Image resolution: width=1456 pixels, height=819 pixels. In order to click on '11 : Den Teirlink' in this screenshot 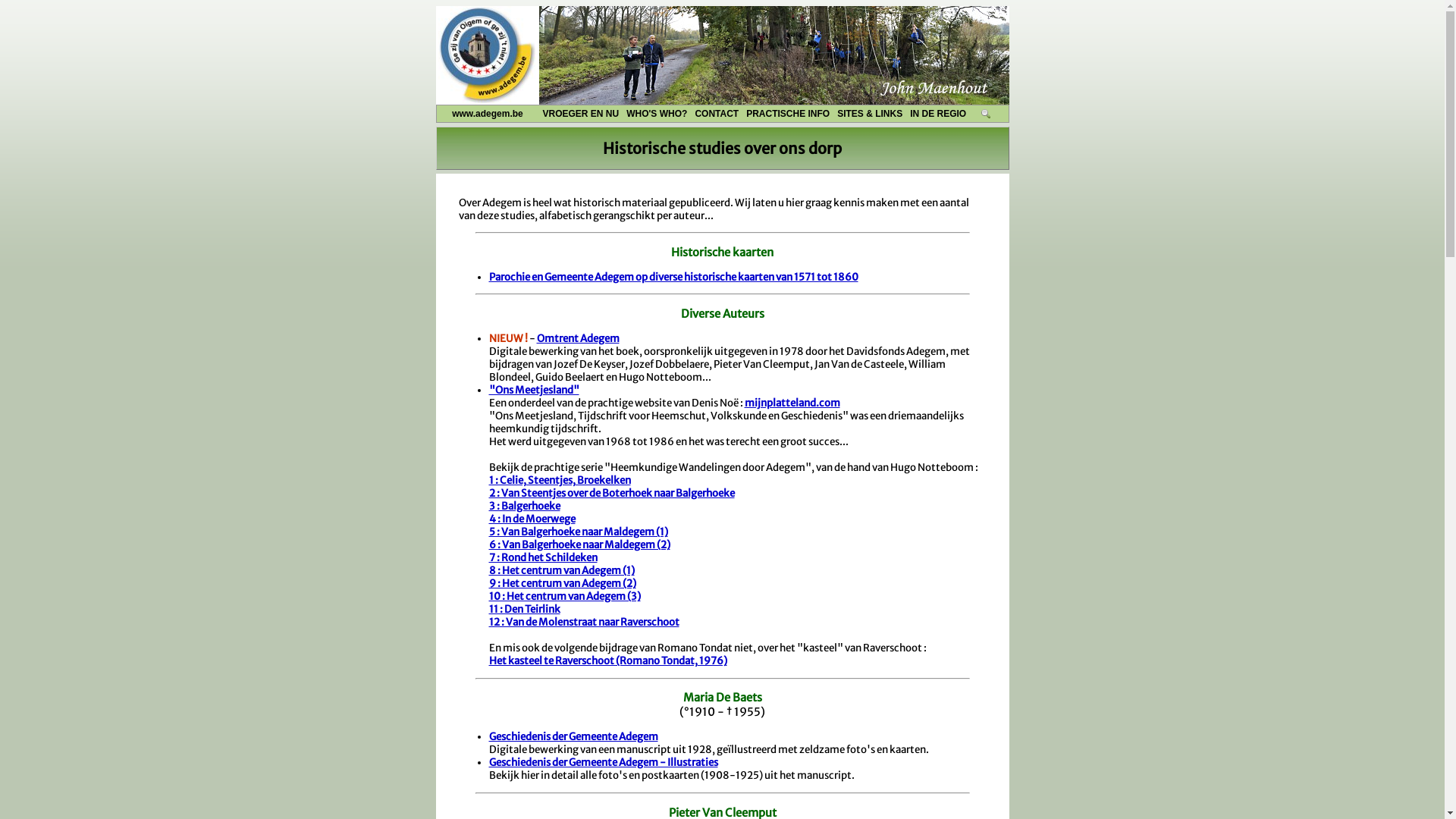, I will do `click(488, 608)`.